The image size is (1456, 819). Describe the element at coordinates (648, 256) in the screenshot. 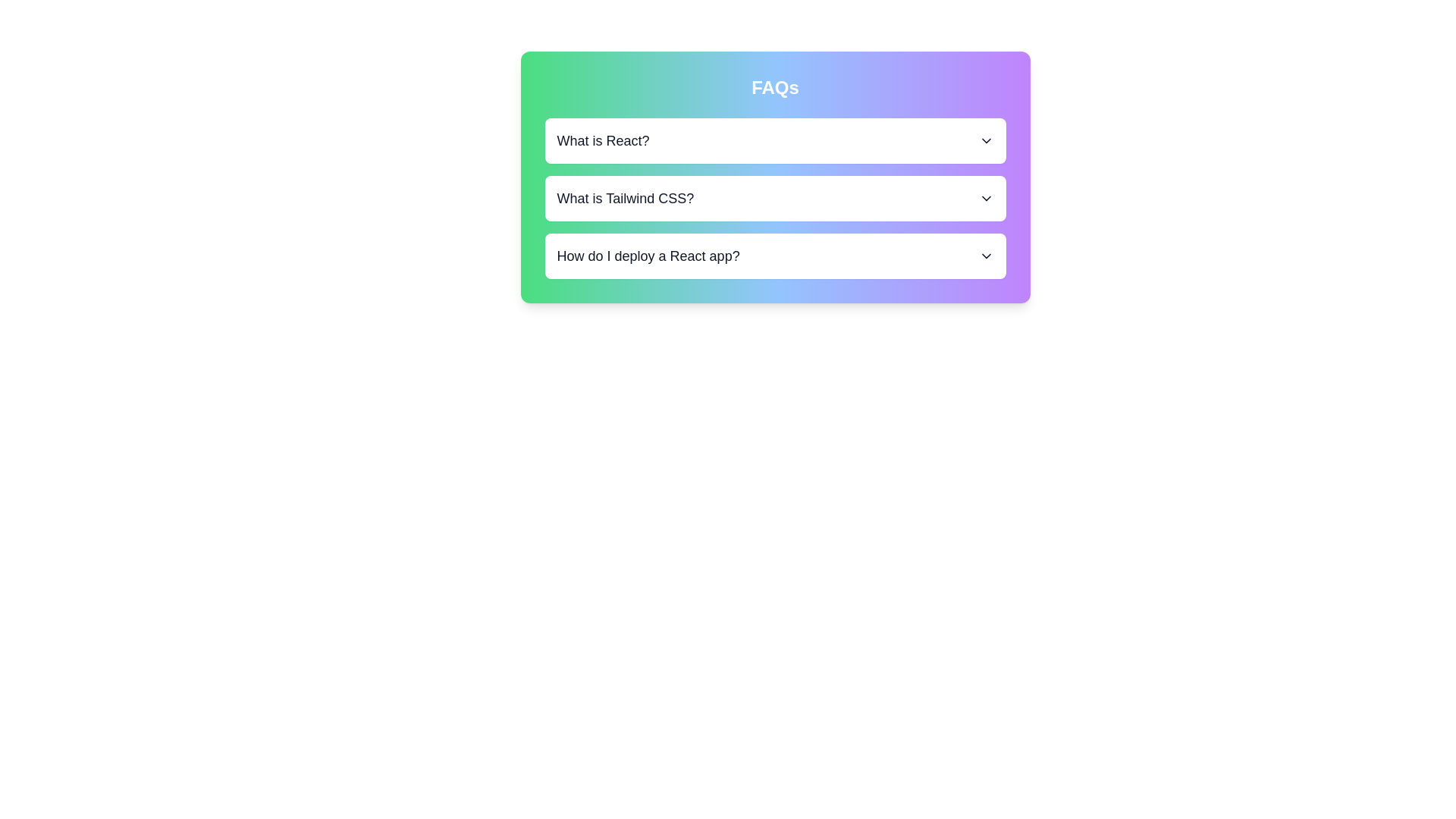

I see `the third FAQ entry title text that indicates the content of the section below` at that location.